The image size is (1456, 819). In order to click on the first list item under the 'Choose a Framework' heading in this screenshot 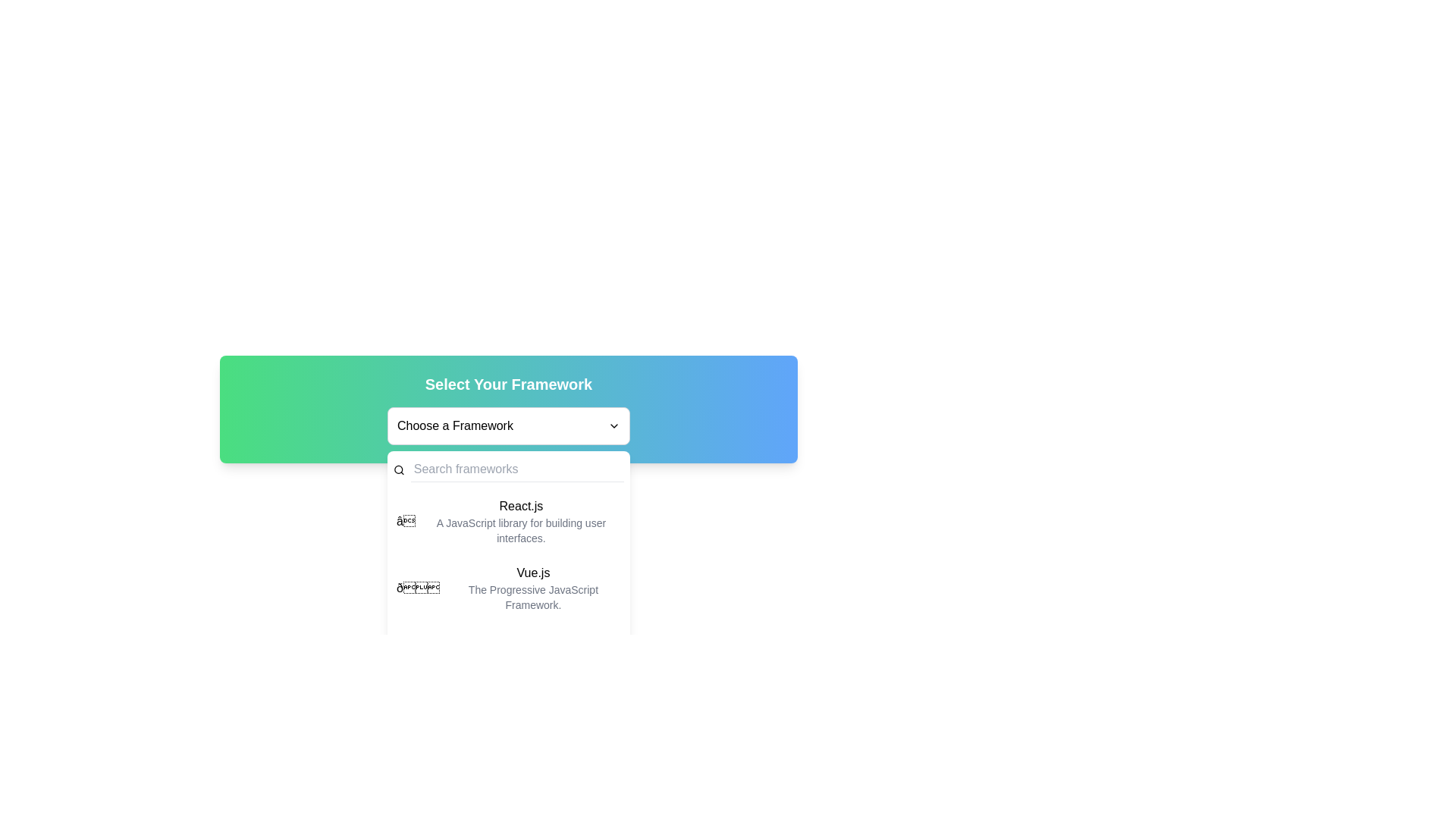, I will do `click(509, 520)`.